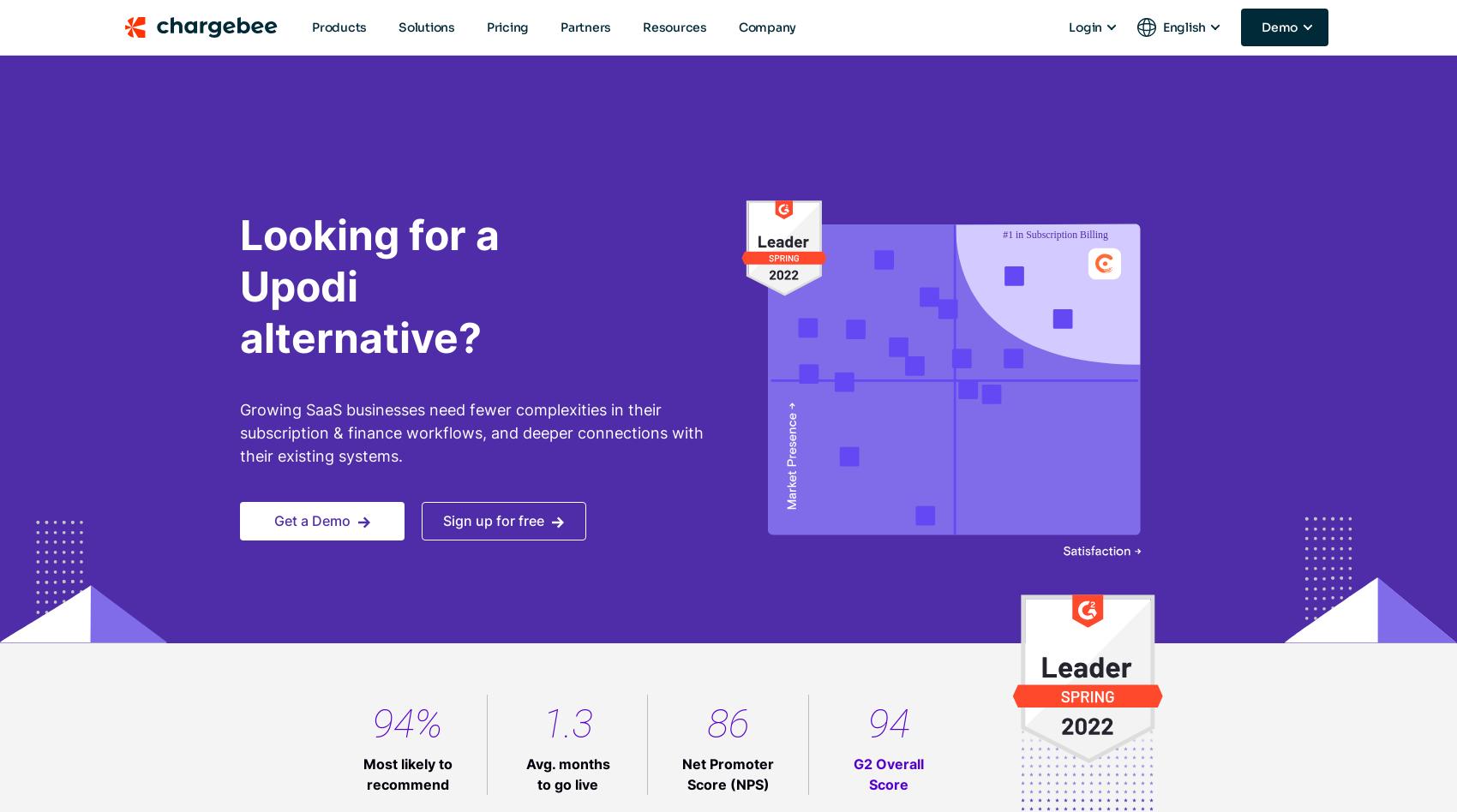  What do you see at coordinates (705, 766) in the screenshot?
I see `'— Jay Khiroya,'` at bounding box center [705, 766].